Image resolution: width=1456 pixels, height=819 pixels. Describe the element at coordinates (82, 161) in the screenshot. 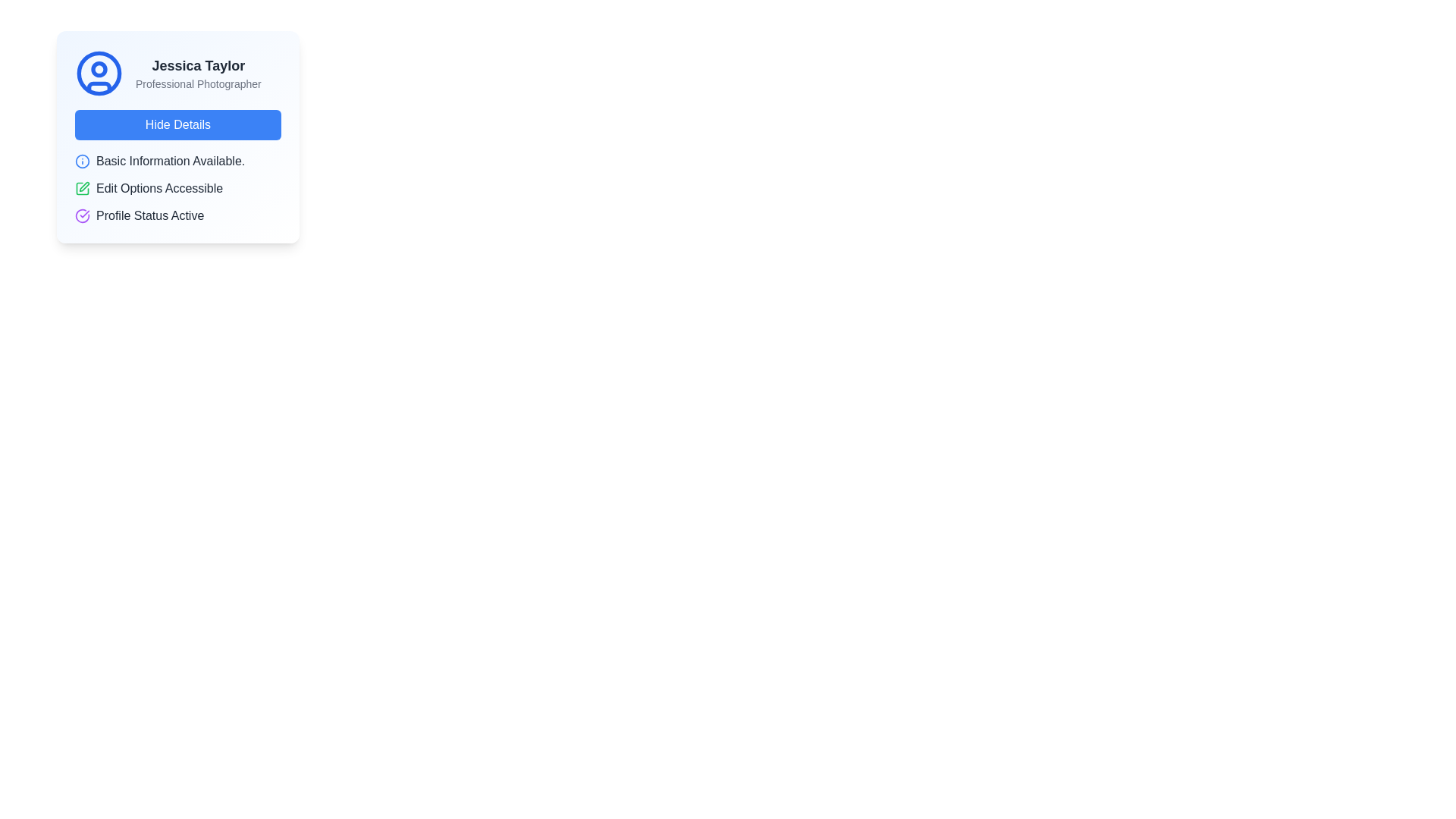

I see `the SVG circle serving as the outer circular border of the informational or status icon, located to the left of the text 'Basic Information Available.'` at that location.